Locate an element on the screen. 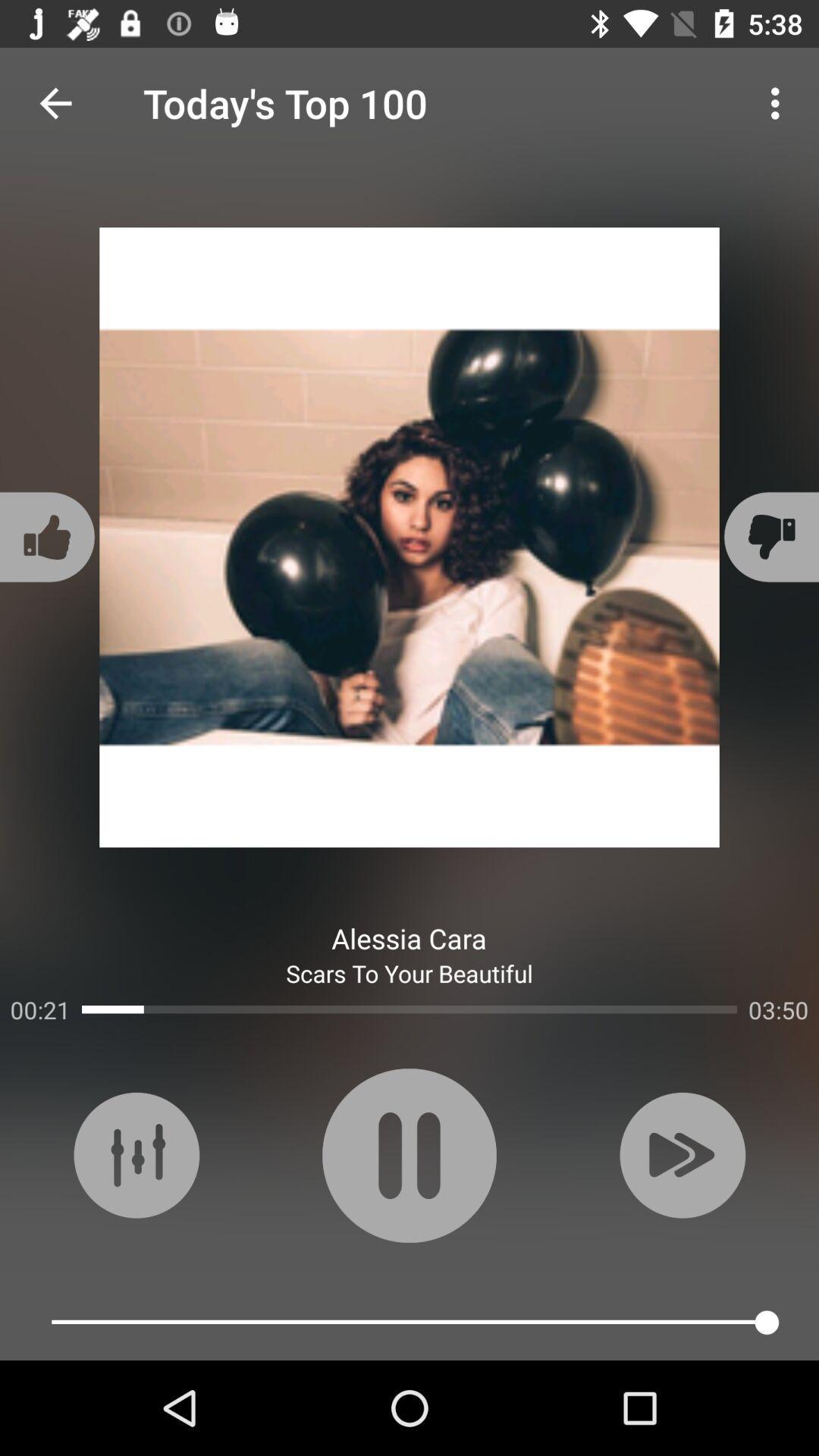 Image resolution: width=819 pixels, height=1456 pixels. icon on the left is located at coordinates (49, 537).